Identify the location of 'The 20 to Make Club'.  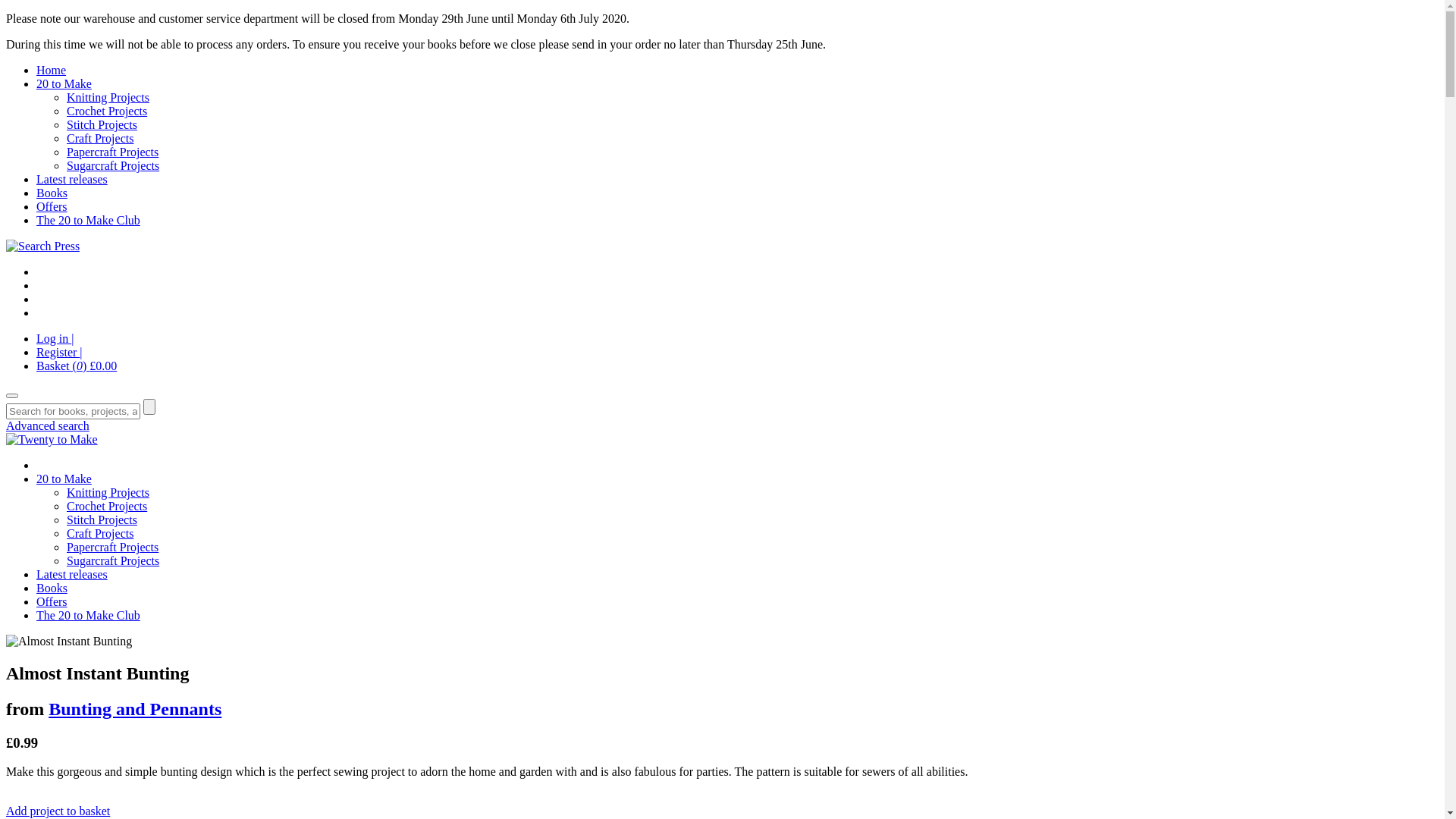
(87, 615).